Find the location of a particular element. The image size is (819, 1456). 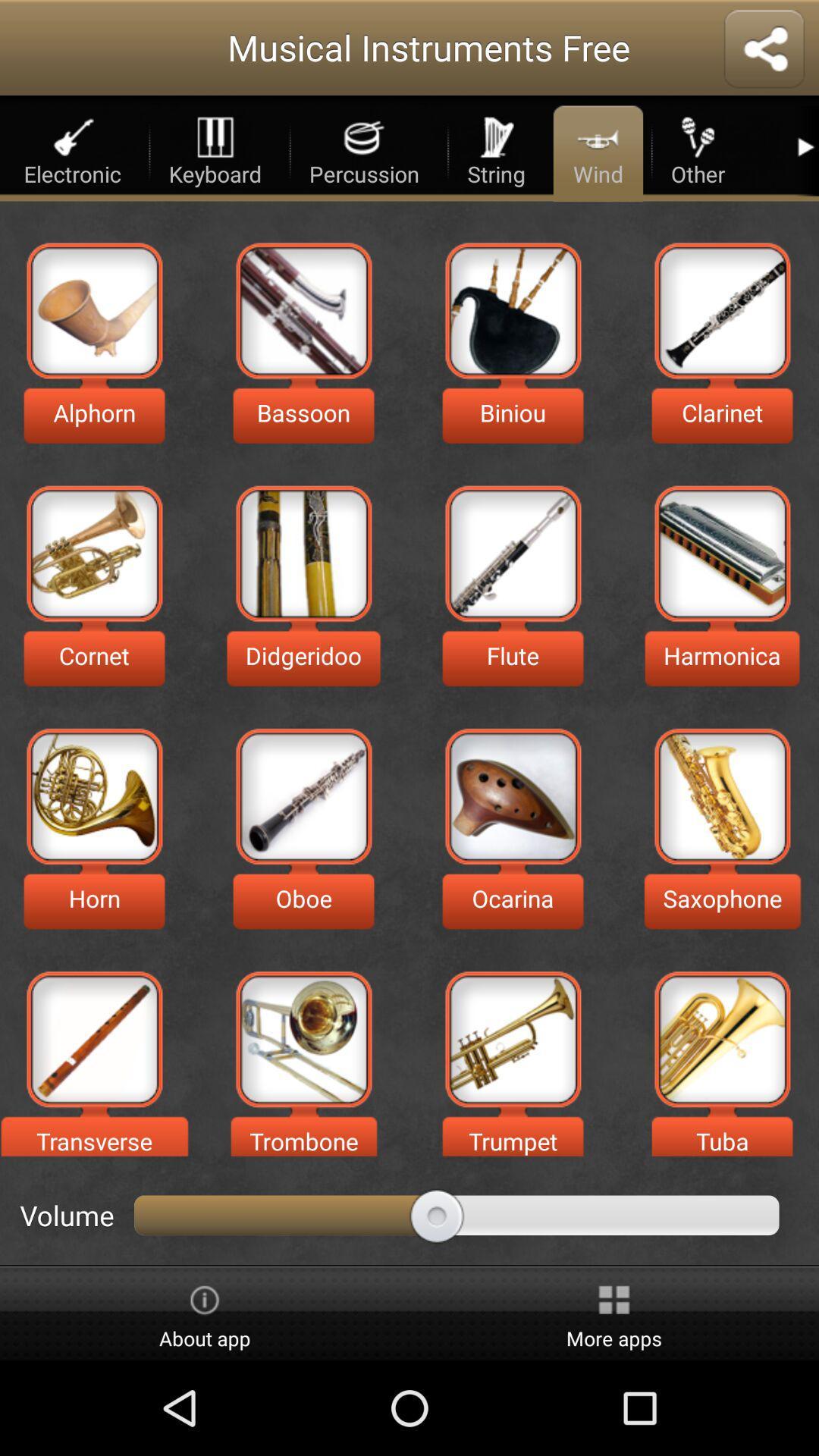

flute option is located at coordinates (512, 553).